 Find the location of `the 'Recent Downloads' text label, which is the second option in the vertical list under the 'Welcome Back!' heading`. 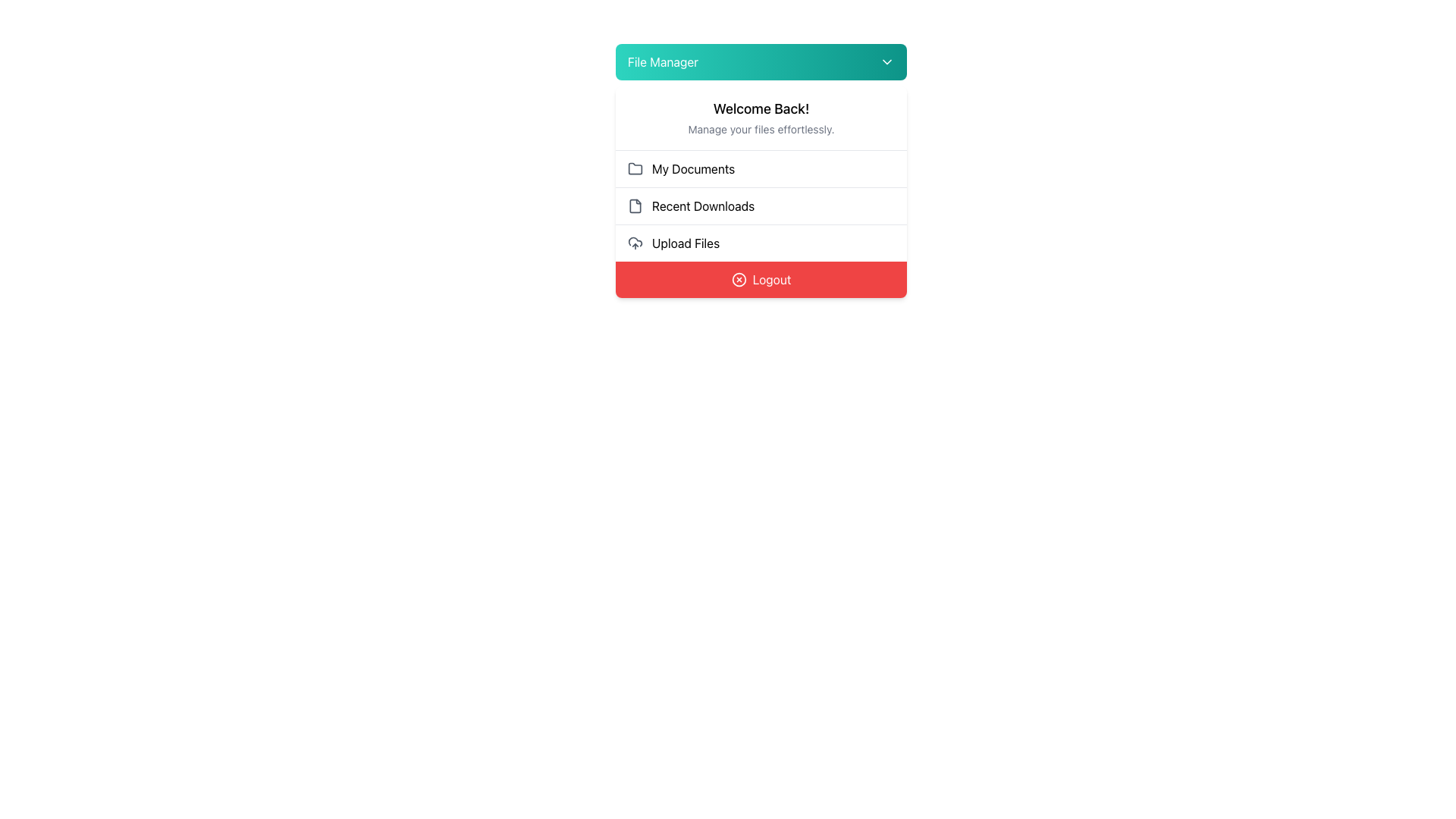

the 'Recent Downloads' text label, which is the second option in the vertical list under the 'Welcome Back!' heading is located at coordinates (702, 206).